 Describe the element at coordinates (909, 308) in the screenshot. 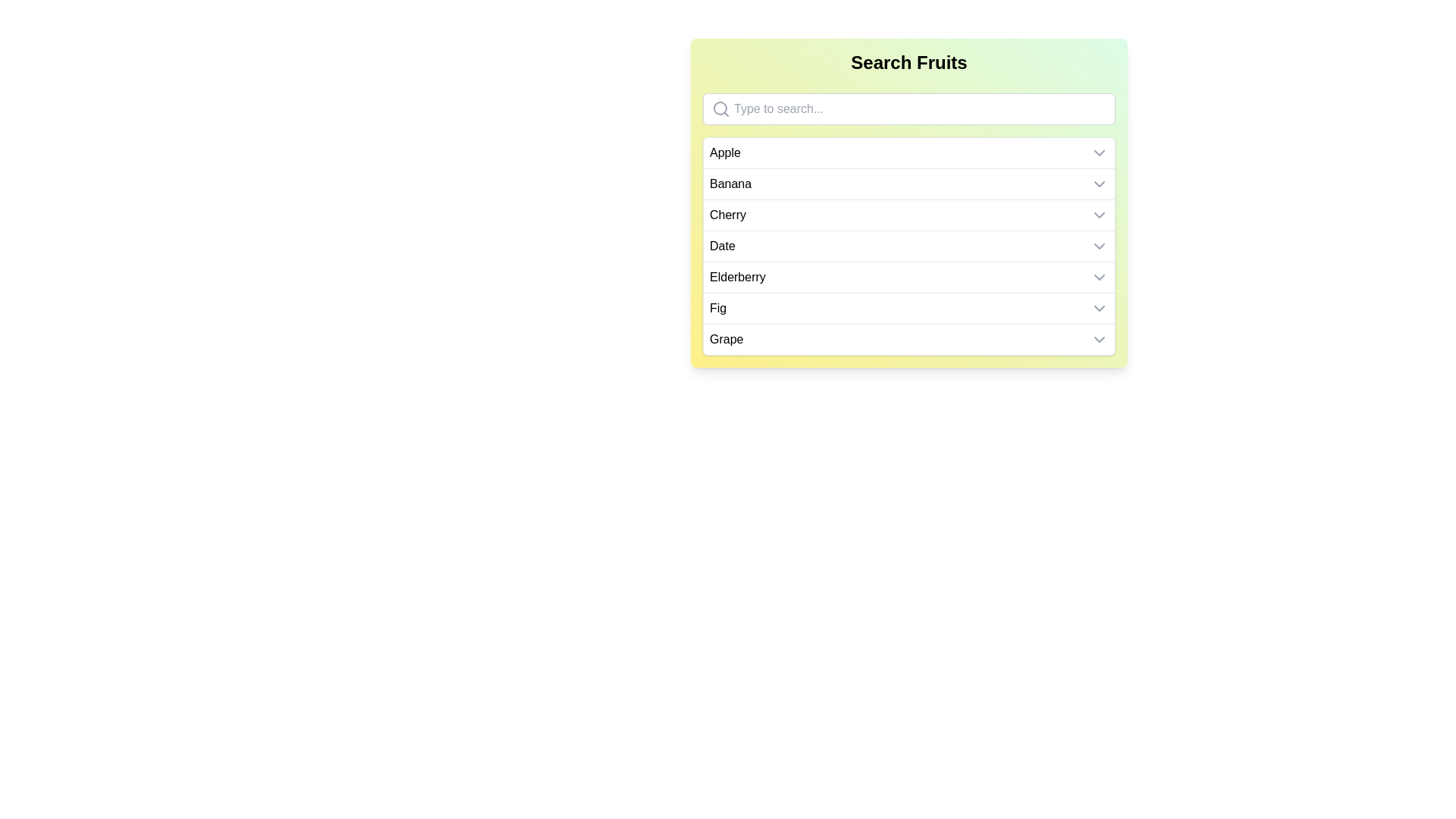

I see `the sixth item in the dropdown list representing 'Fig'` at that location.